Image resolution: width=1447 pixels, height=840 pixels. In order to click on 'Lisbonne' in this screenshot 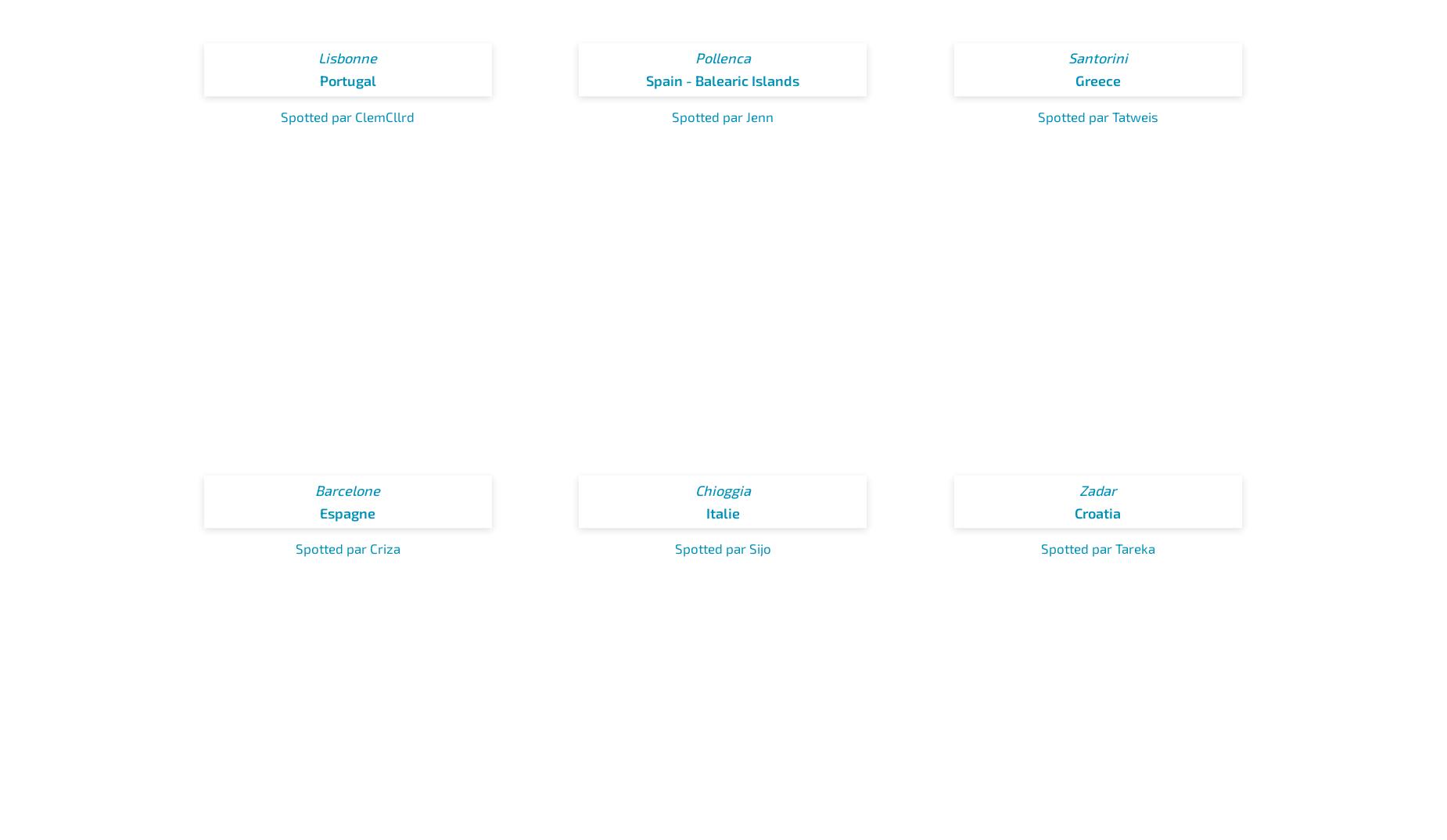, I will do `click(346, 57)`.